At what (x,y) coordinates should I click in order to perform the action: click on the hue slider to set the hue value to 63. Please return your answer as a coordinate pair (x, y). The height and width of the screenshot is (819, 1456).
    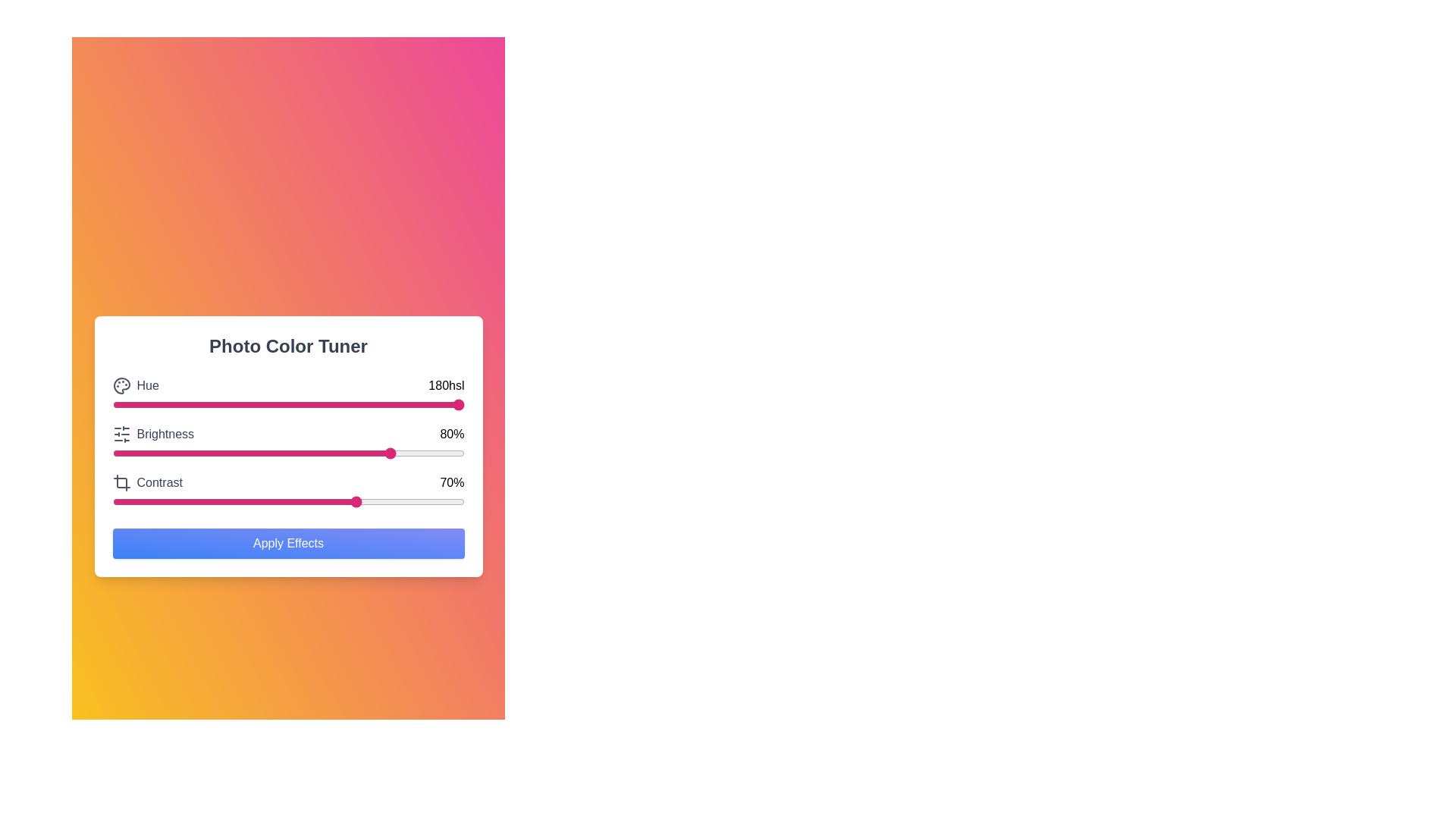
    Looking at the image, I should click on (333, 403).